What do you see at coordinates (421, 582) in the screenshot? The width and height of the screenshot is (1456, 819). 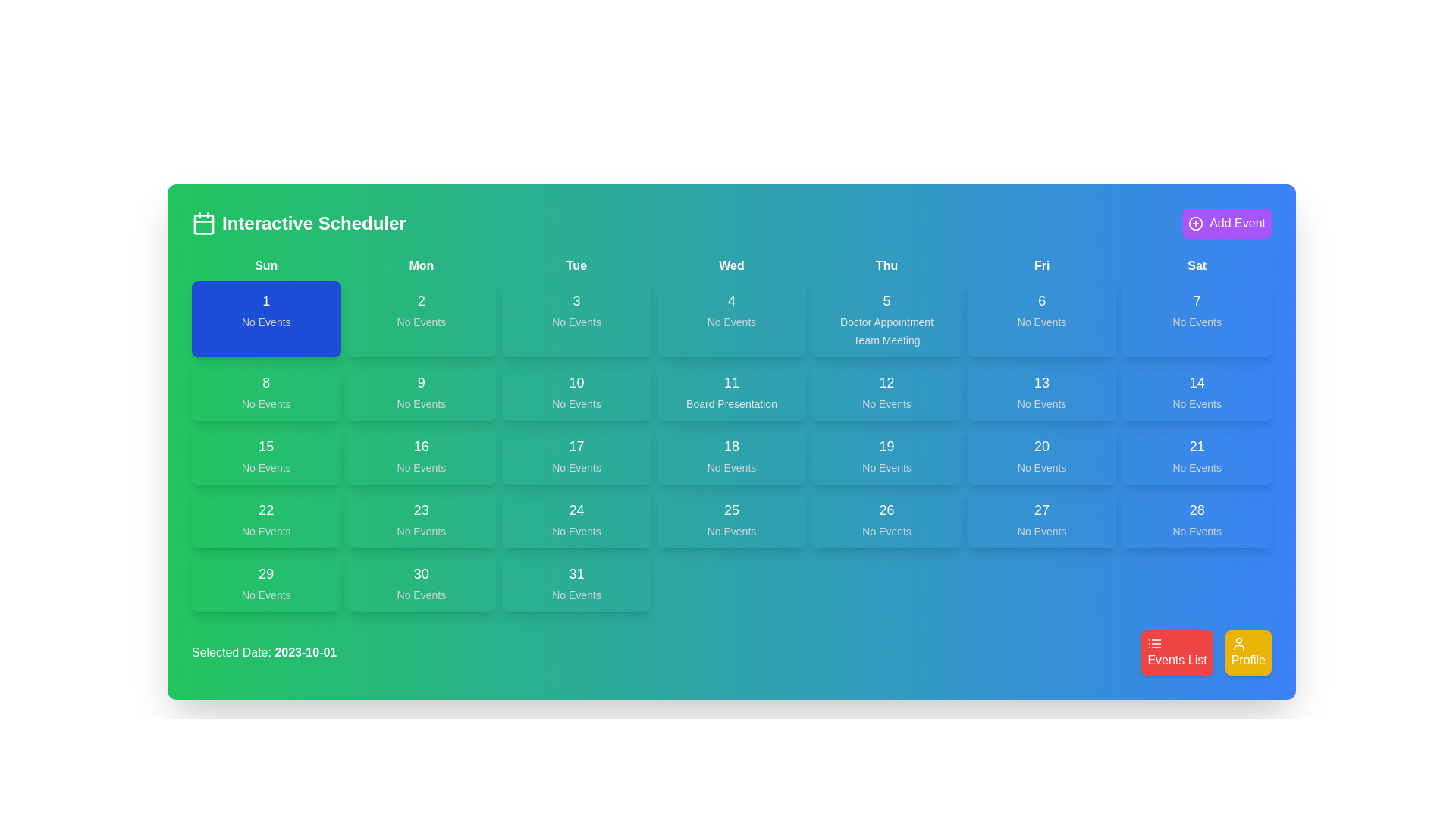 I see `the Calendar Day Tile representing the 30th day of the month` at bounding box center [421, 582].